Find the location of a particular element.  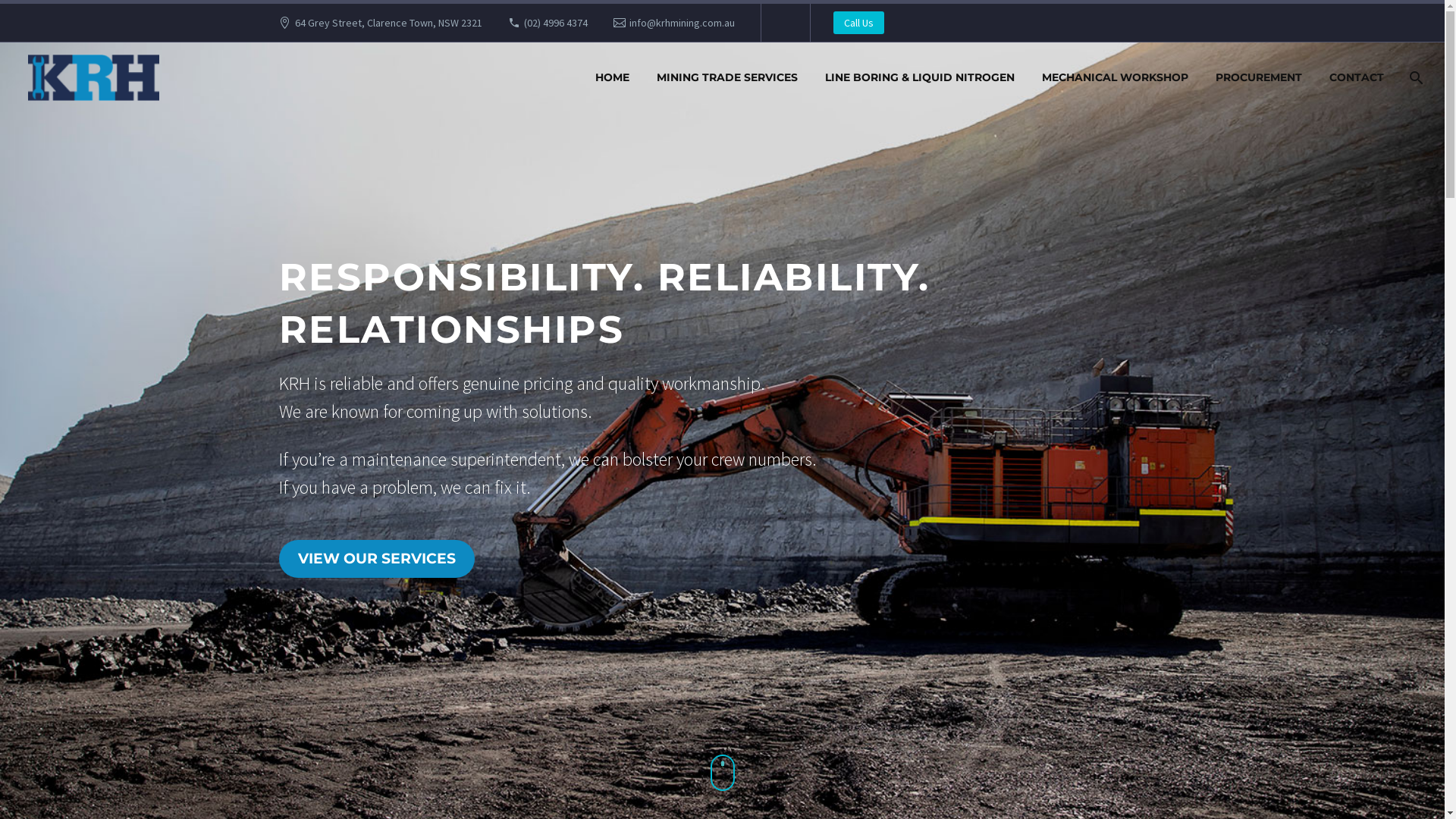

'LINE BORING & LIQUID NITROGEN' is located at coordinates (919, 77).